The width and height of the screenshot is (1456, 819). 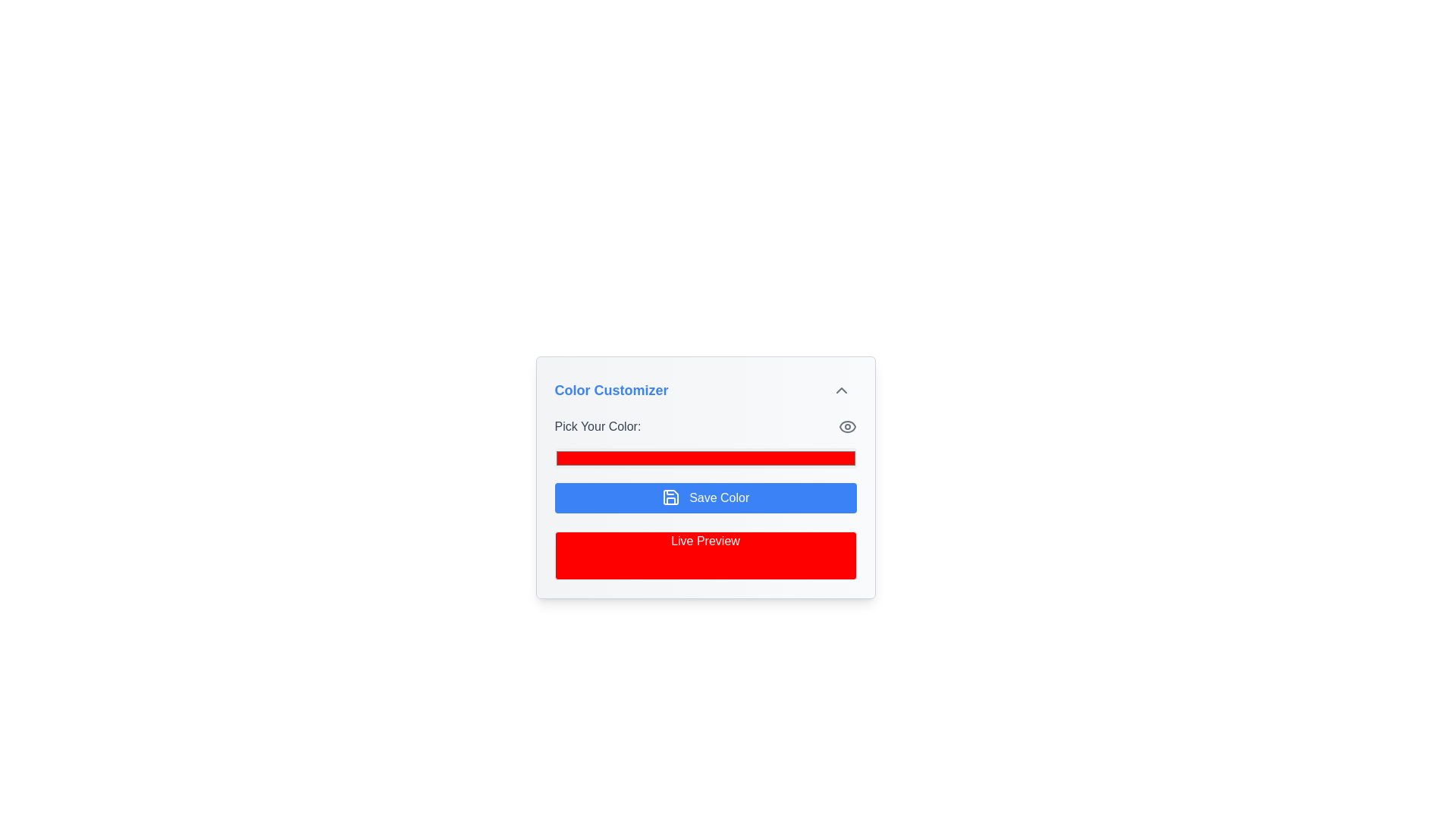 I want to click on the save button located in the middle section of the form, beneath the color picker and above the 'Live Preview' element, so click(x=704, y=497).